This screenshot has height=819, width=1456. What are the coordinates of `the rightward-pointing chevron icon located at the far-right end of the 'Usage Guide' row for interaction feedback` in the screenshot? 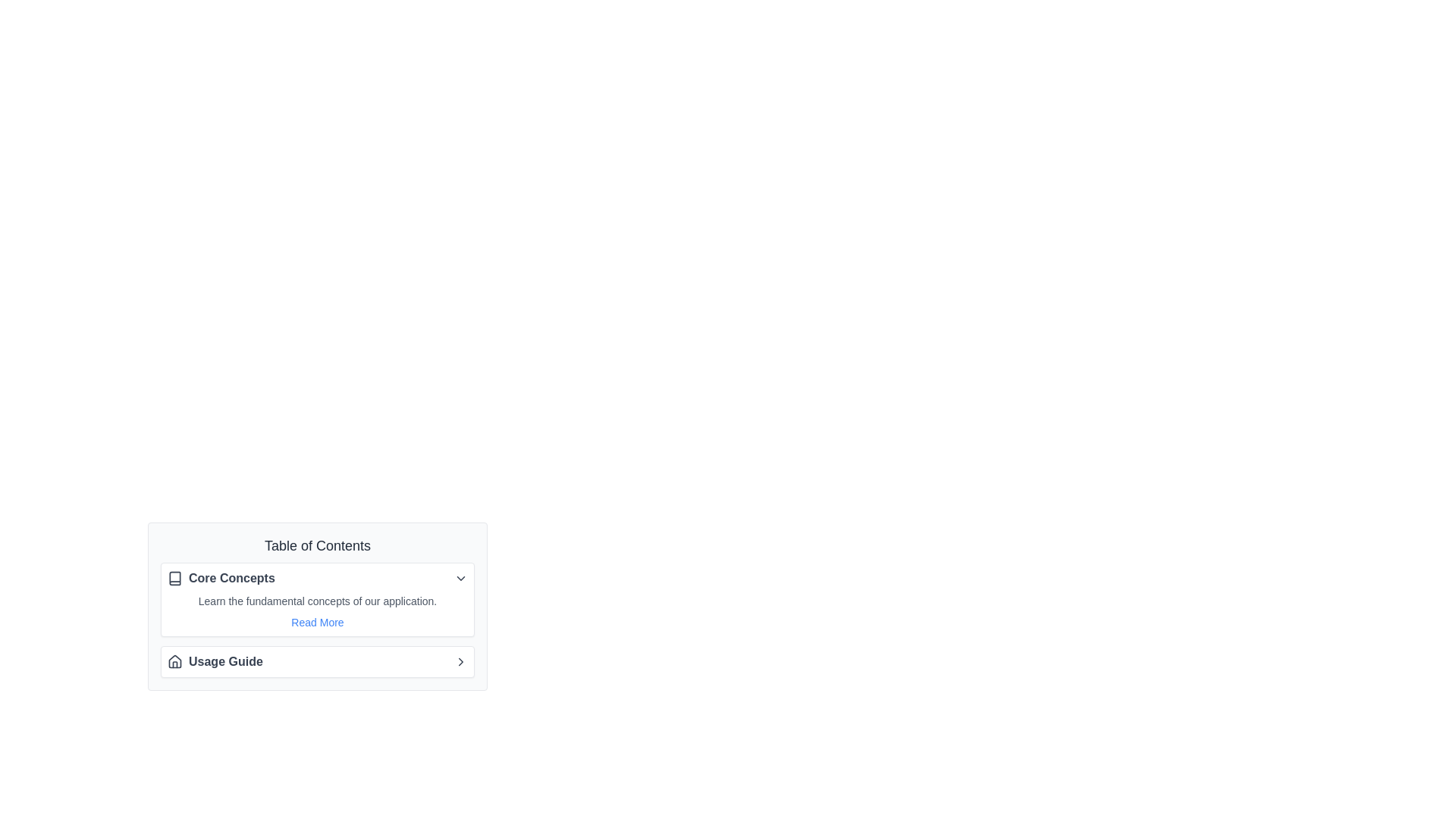 It's located at (460, 661).